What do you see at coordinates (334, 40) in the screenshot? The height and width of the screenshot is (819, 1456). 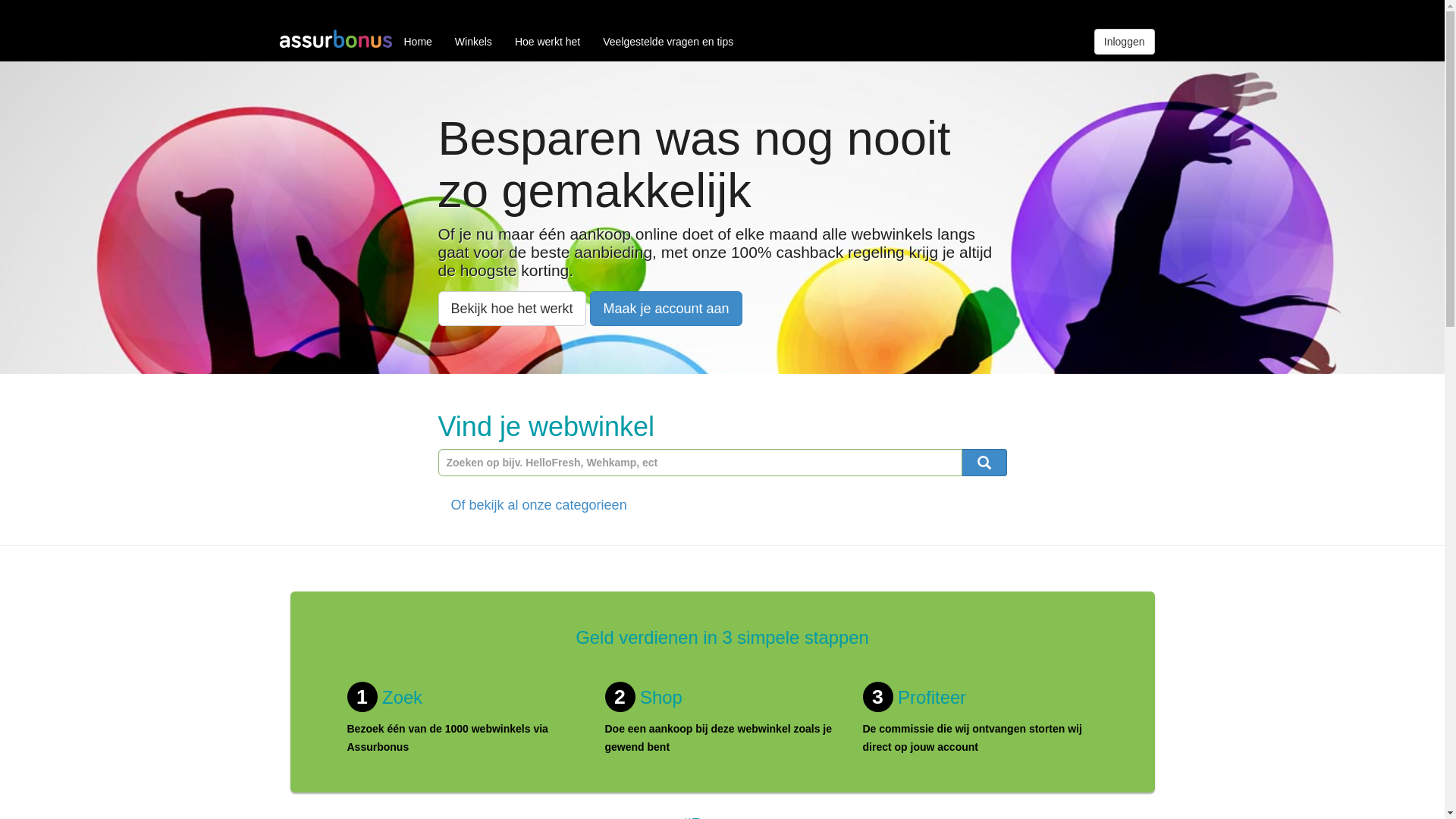 I see `'Assurbonus'` at bounding box center [334, 40].